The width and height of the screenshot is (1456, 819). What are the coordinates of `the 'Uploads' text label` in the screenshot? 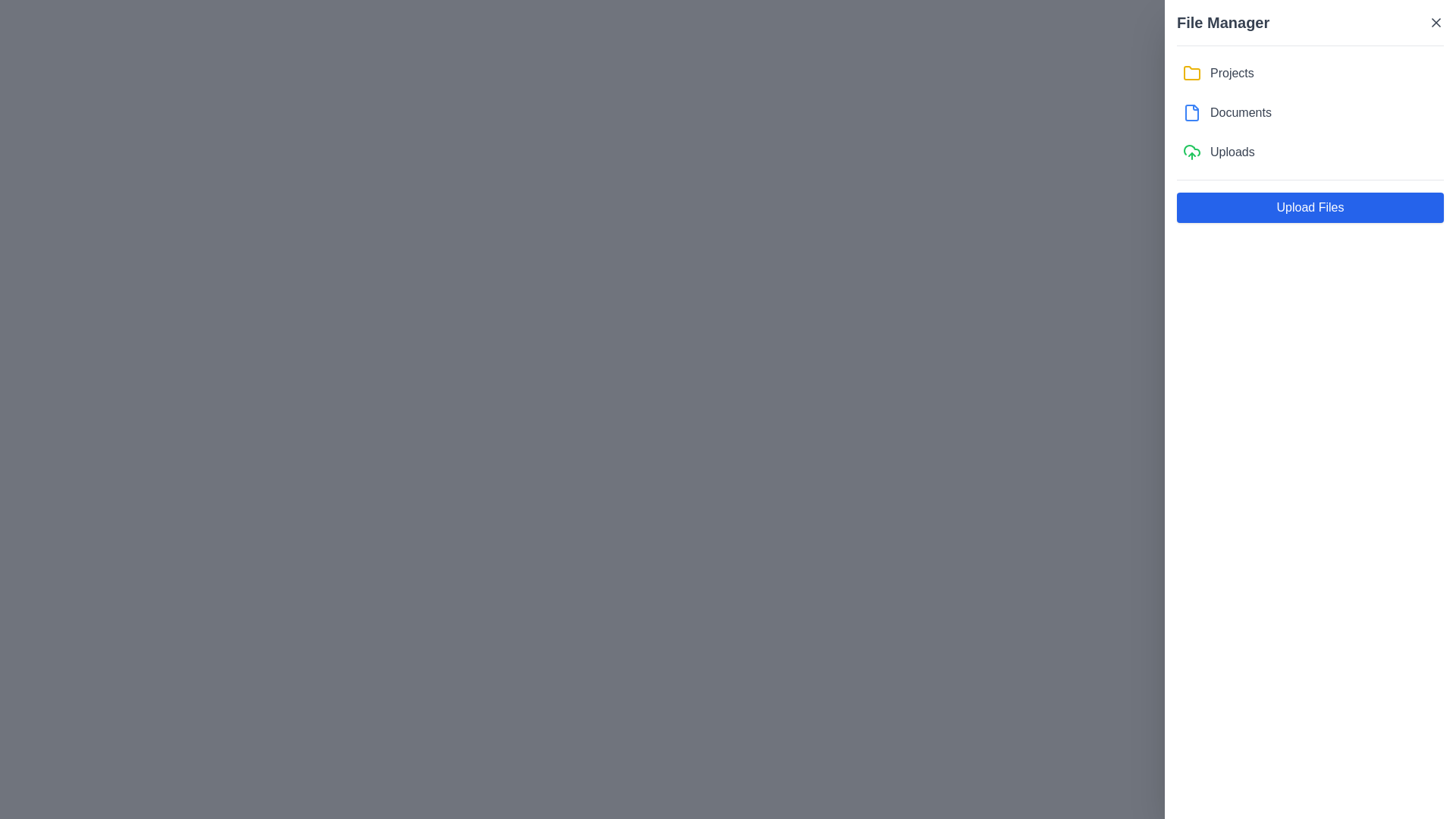 It's located at (1232, 152).